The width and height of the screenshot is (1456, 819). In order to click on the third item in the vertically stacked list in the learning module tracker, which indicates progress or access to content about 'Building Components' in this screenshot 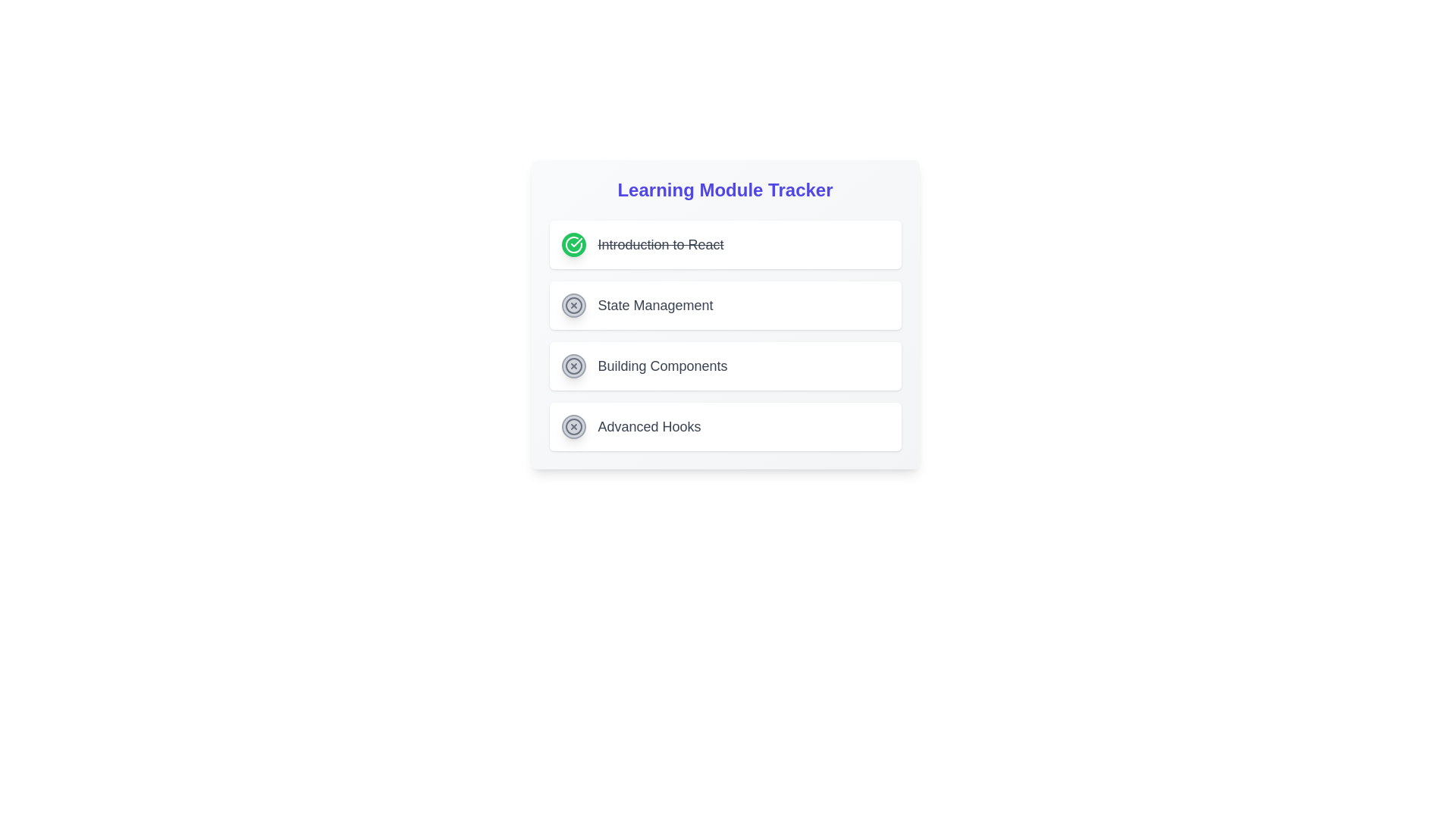, I will do `click(724, 366)`.